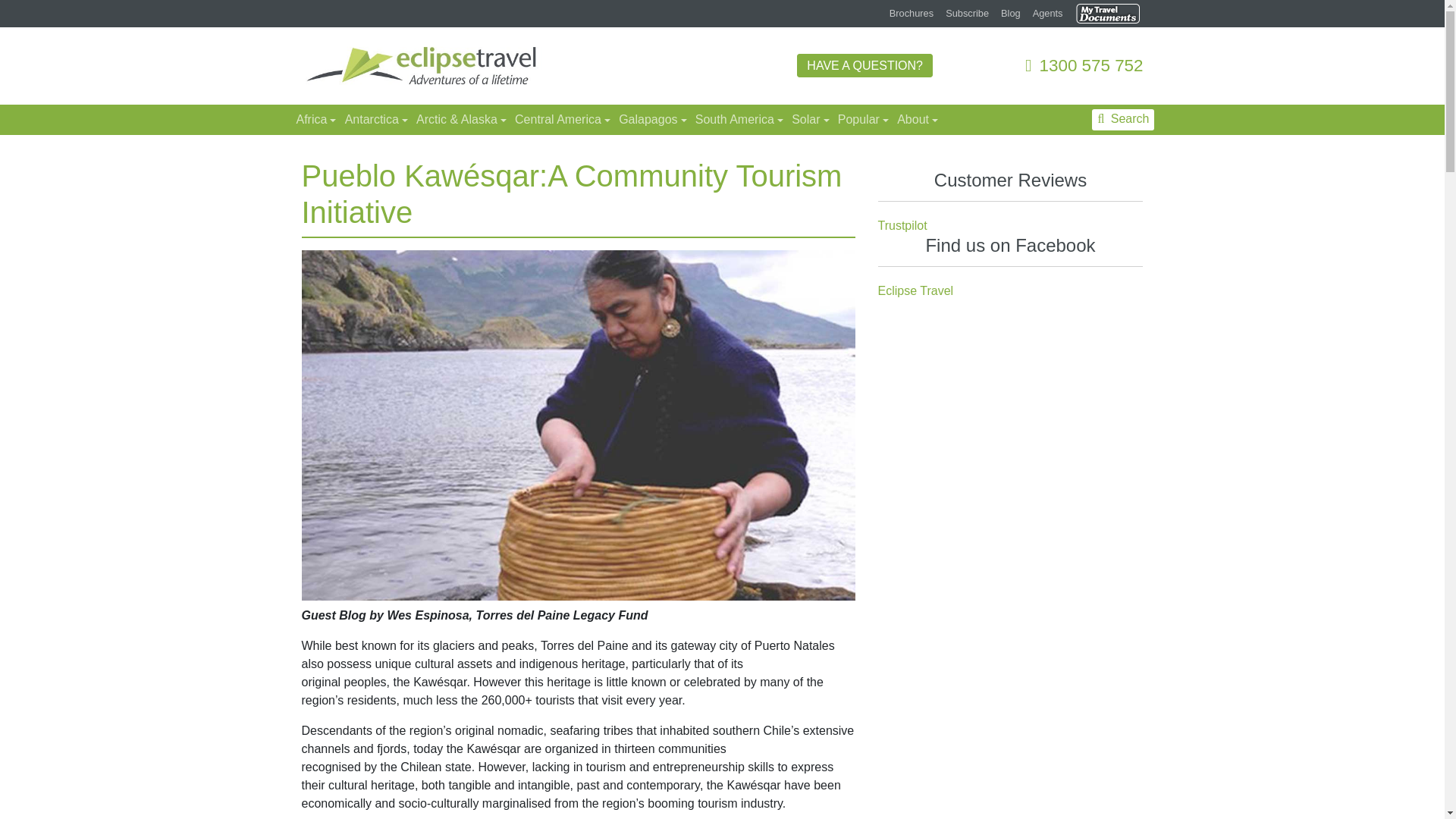 The image size is (1456, 819). I want to click on 'Eclipse Travel', so click(877, 290).